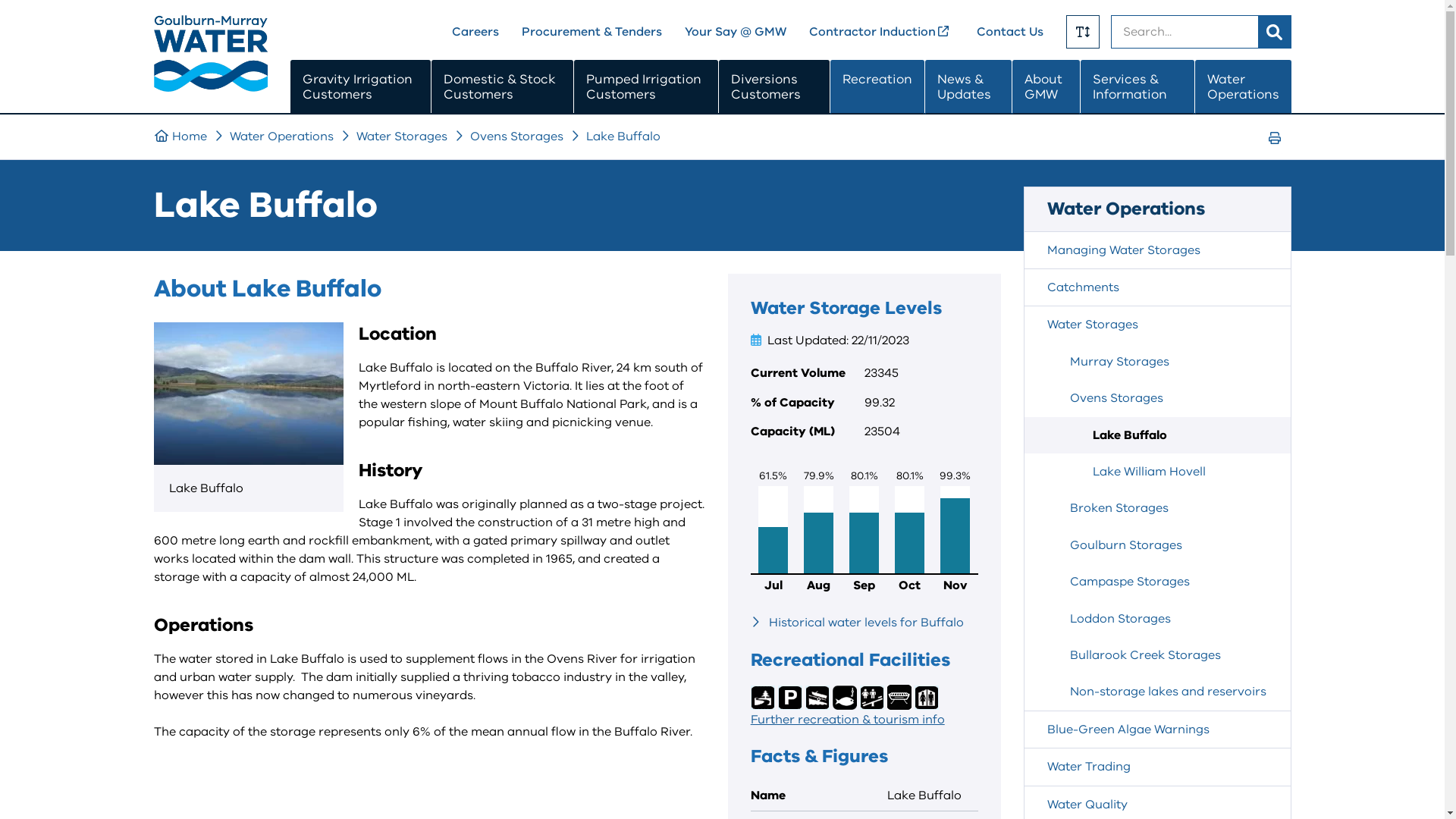 The height and width of the screenshot is (819, 1456). Describe the element at coordinates (1274, 32) in the screenshot. I see `'Search'` at that location.